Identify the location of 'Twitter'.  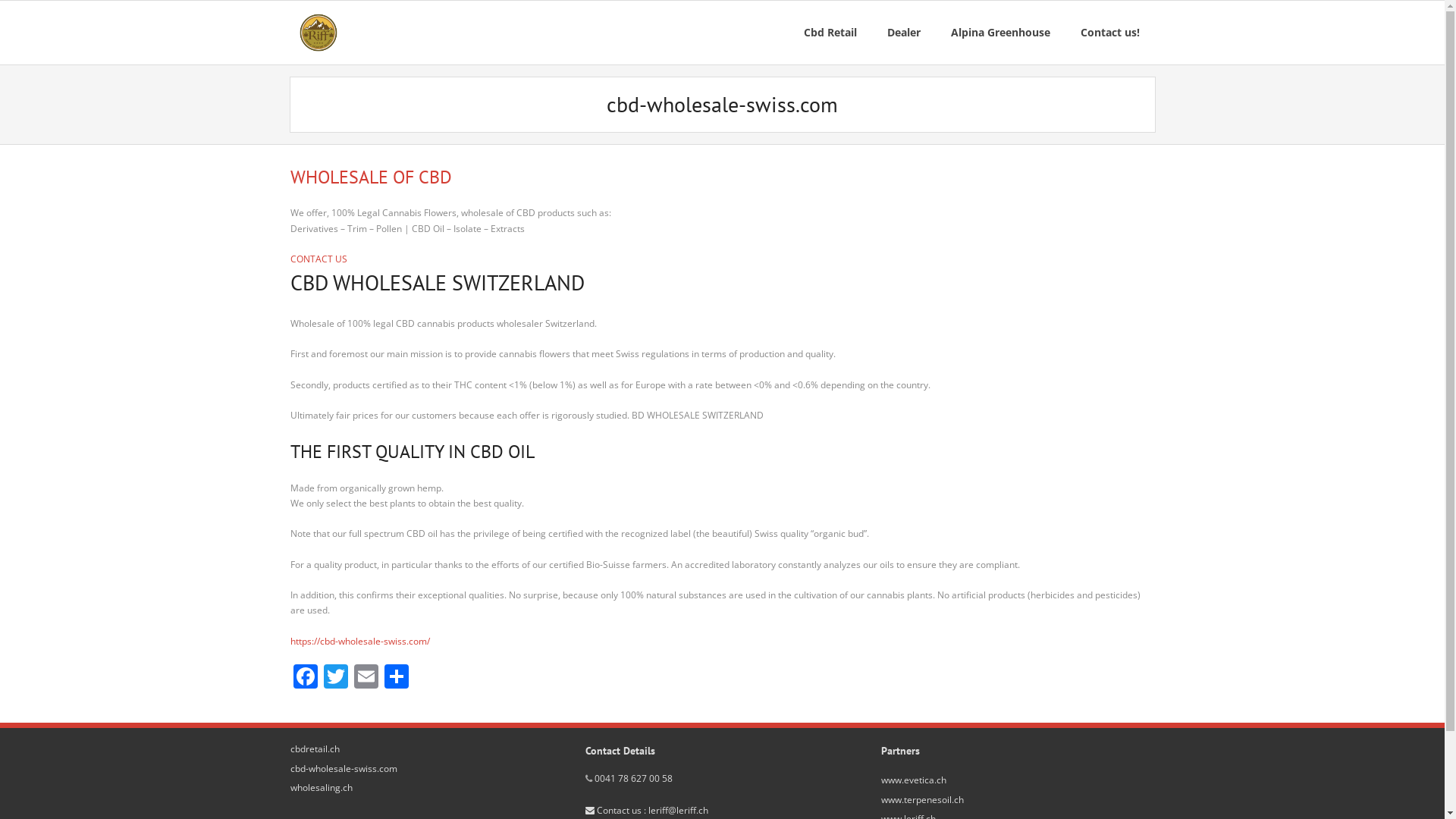
(334, 677).